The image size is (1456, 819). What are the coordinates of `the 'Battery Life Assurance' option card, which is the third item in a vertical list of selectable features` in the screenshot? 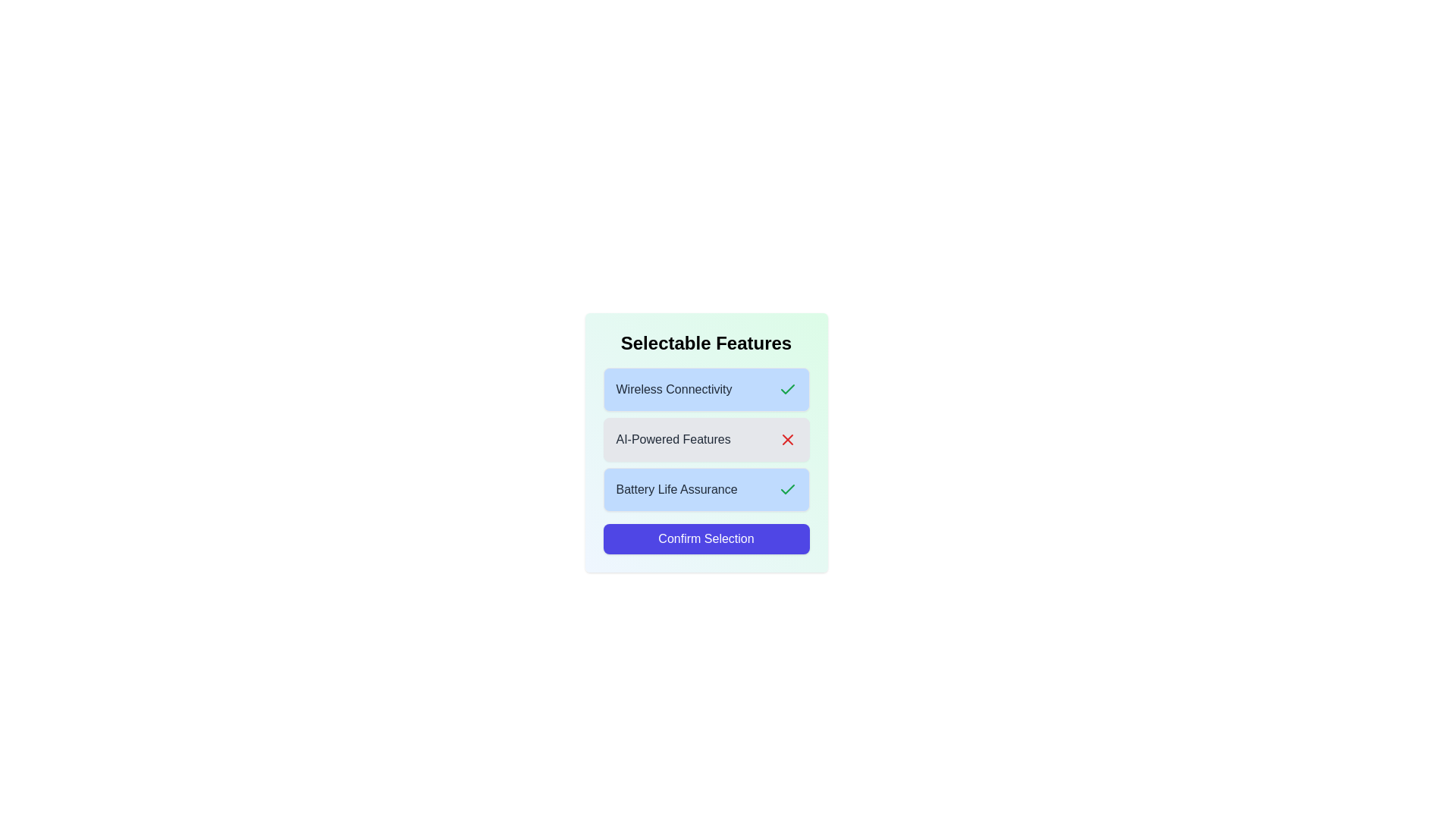 It's located at (705, 489).